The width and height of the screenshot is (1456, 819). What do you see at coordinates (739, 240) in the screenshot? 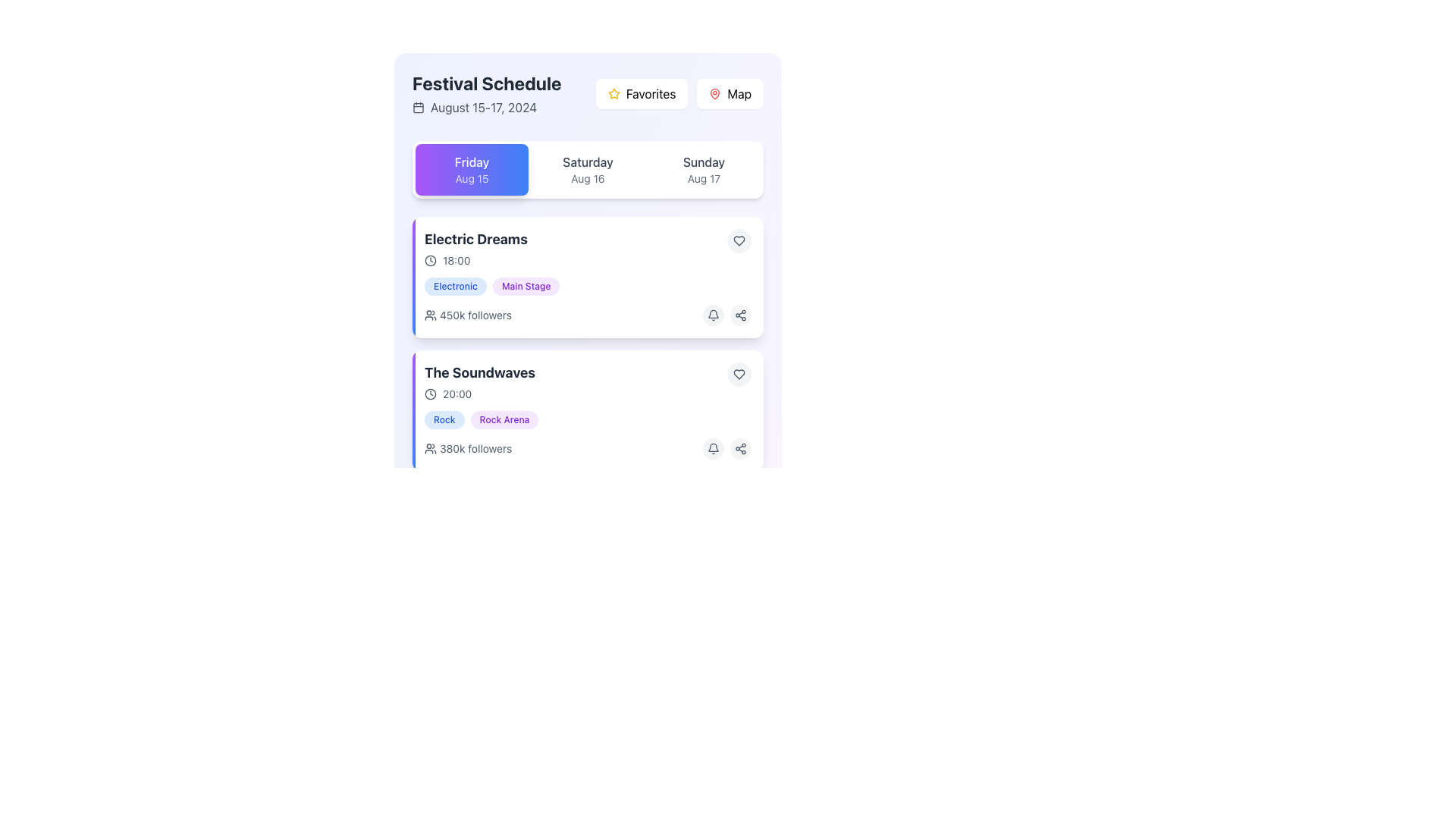
I see `the heart icon located in the middle-right section of the 'The Soundwaves' card to trigger tooltip or visual feedback` at bounding box center [739, 240].